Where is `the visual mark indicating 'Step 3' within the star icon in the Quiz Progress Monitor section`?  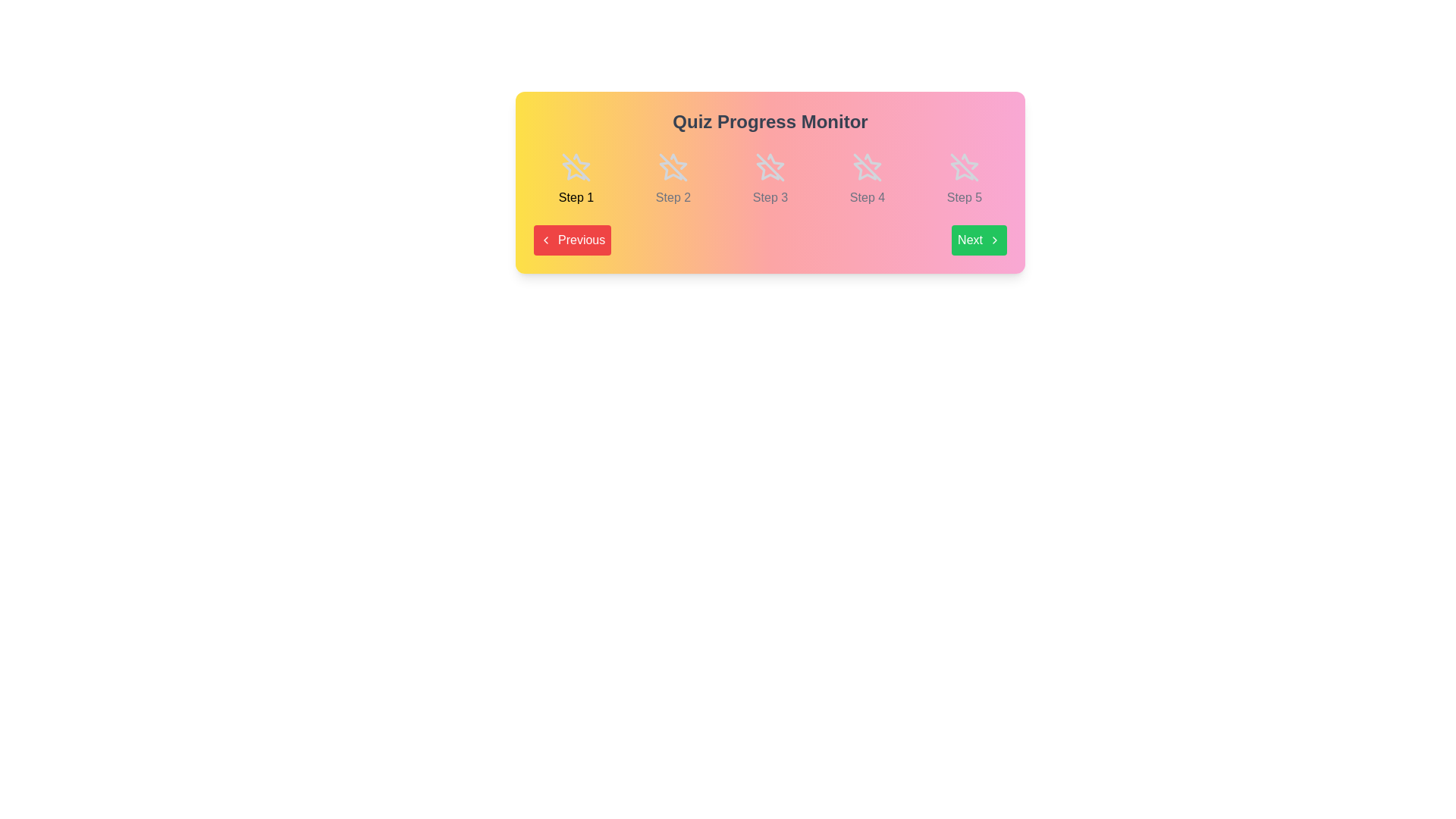
the visual mark indicating 'Step 3' within the star icon in the Quiz Progress Monitor section is located at coordinates (770, 167).